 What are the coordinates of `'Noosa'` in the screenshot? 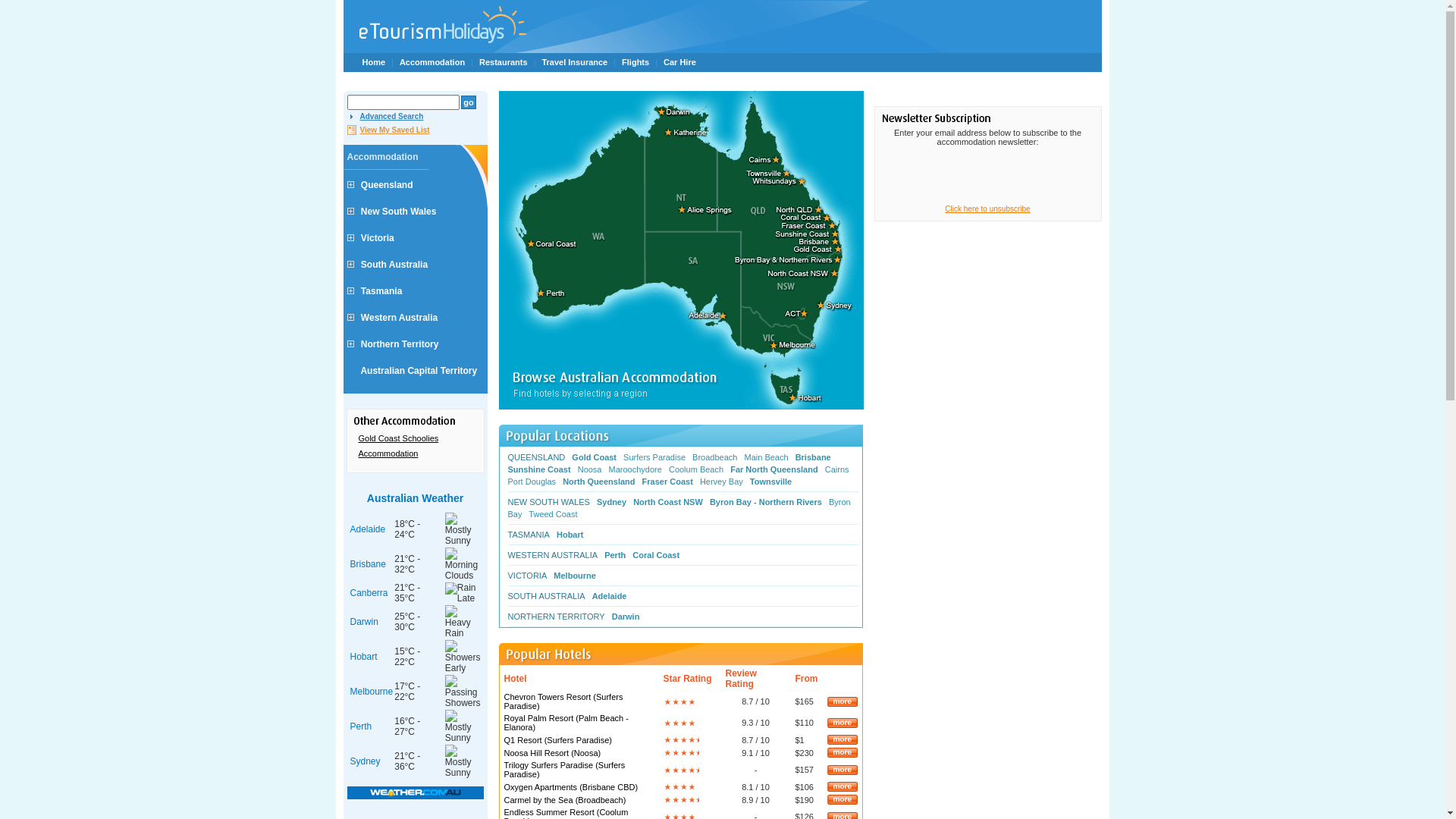 It's located at (591, 468).